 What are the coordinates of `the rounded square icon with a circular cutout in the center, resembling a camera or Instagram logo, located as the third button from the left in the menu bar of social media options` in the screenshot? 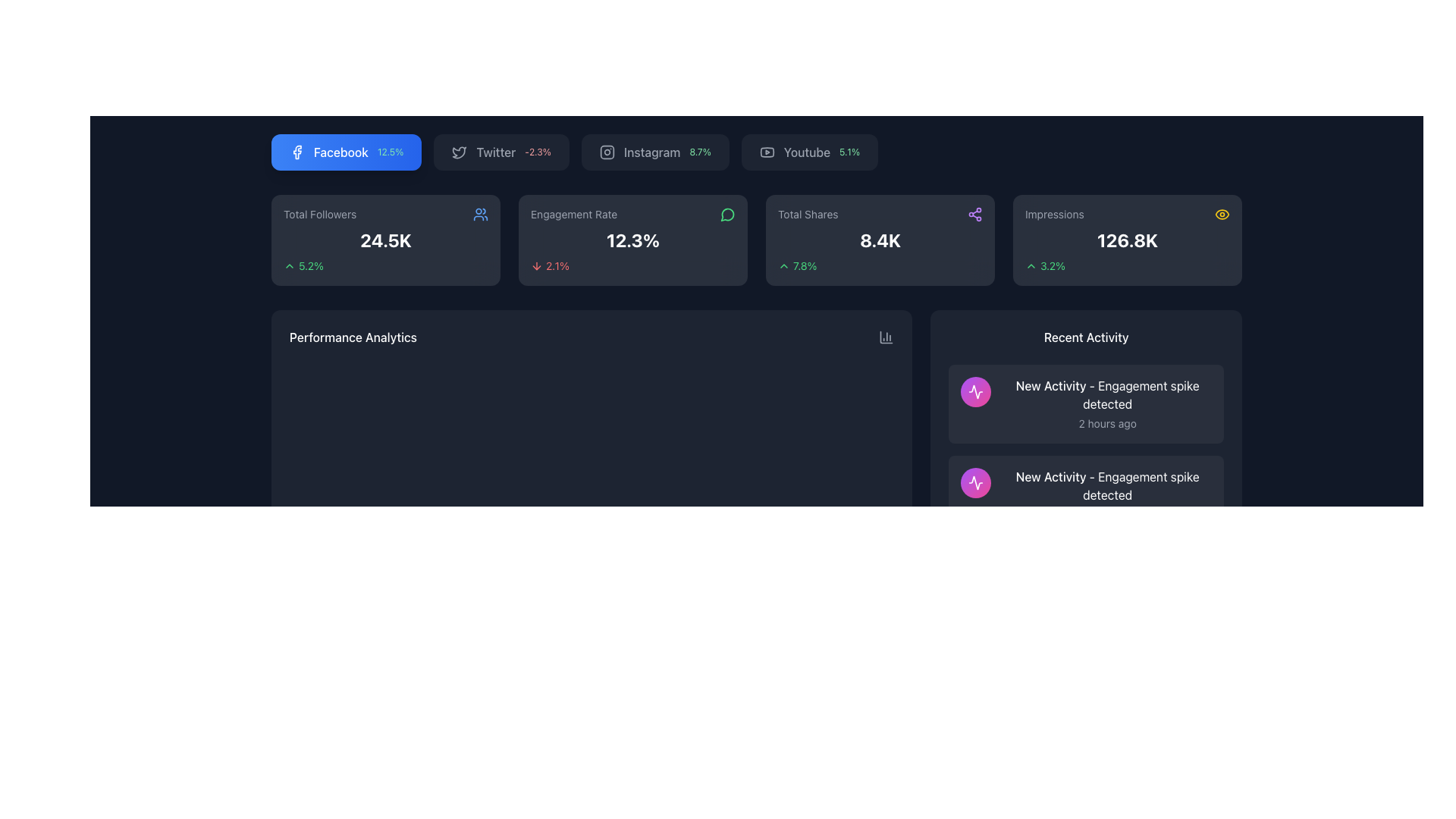 It's located at (607, 152).